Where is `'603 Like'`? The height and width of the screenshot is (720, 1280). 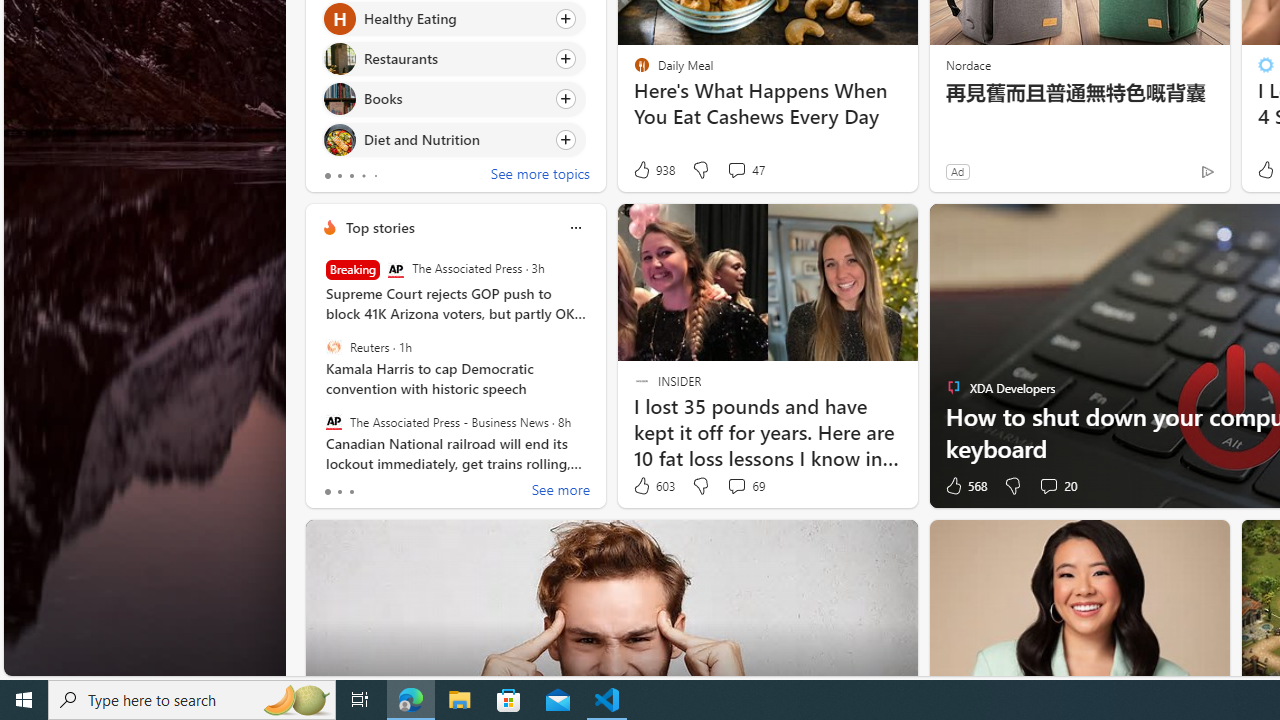
'603 Like' is located at coordinates (653, 486).